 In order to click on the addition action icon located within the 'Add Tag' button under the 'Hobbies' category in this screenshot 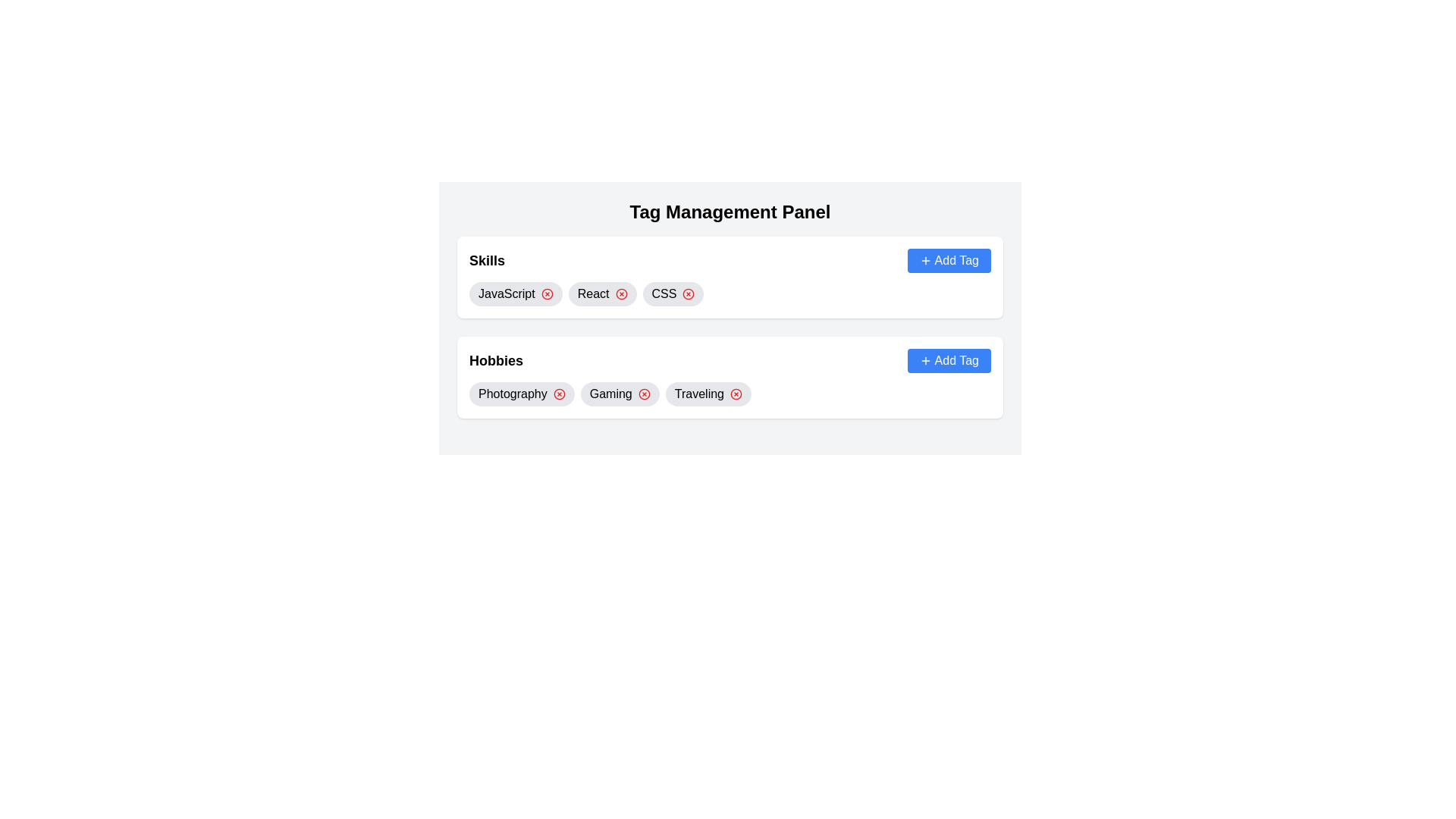, I will do `click(924, 360)`.